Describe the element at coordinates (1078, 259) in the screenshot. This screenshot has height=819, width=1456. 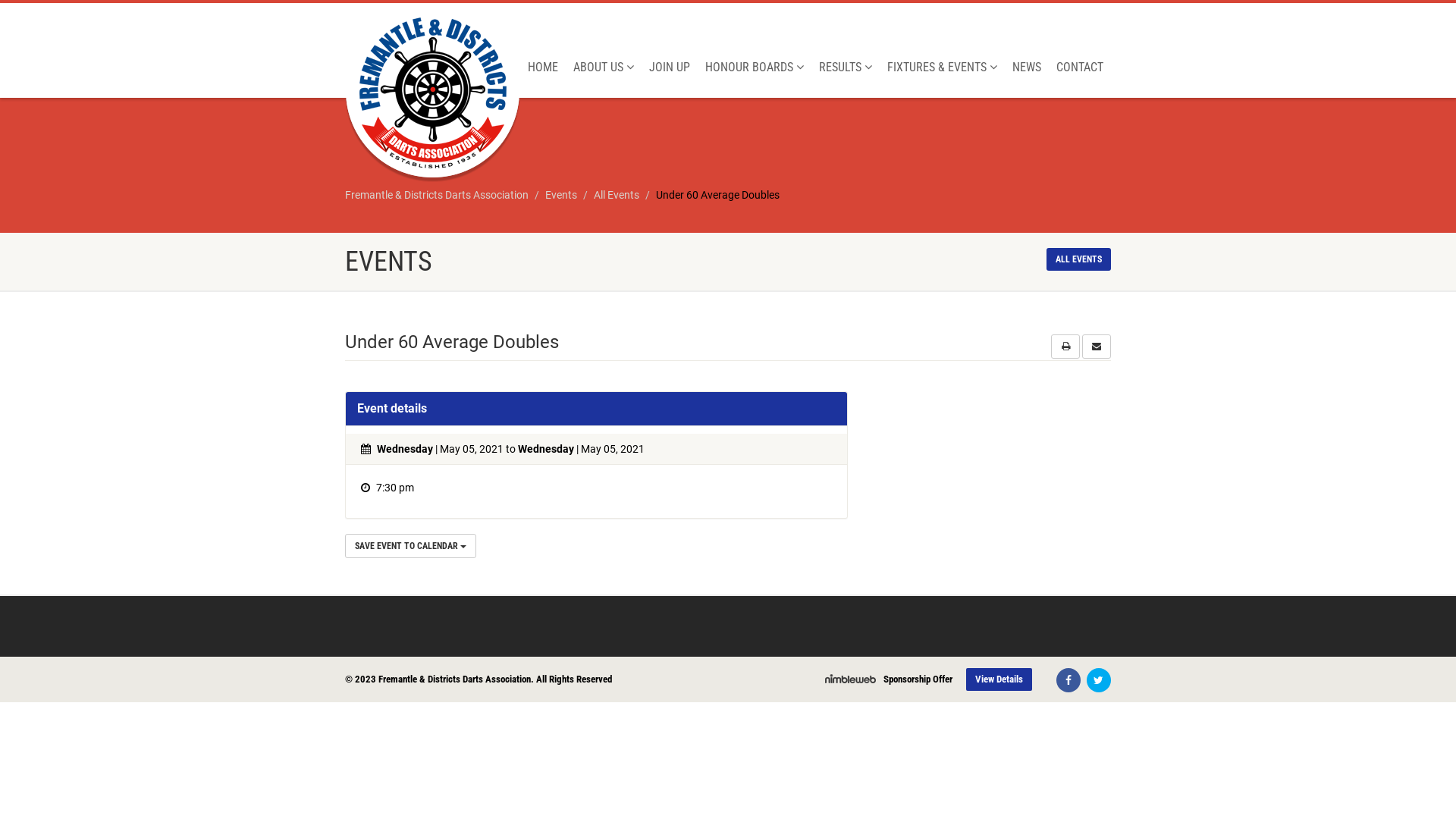
I see `'ALL EVENTS'` at that location.